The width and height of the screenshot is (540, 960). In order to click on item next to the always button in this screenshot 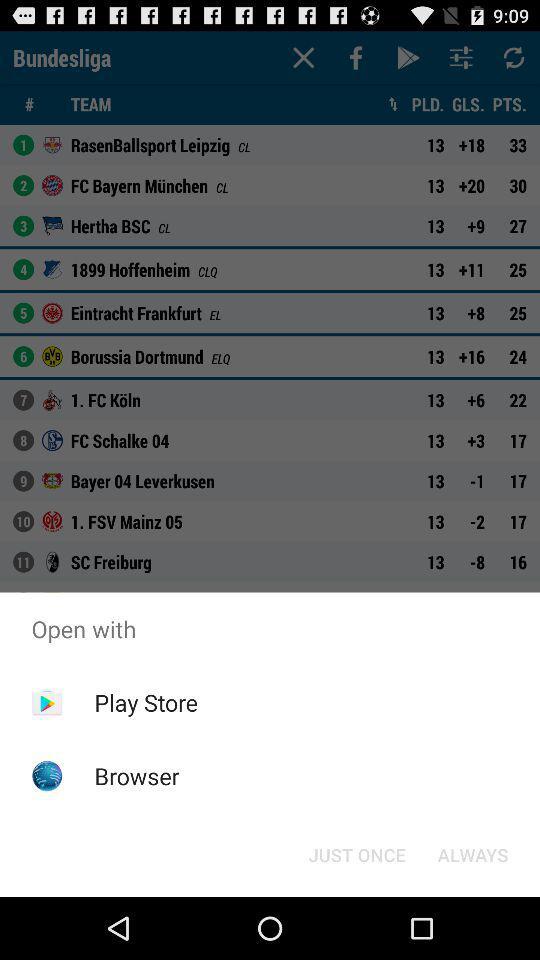, I will do `click(356, 853)`.